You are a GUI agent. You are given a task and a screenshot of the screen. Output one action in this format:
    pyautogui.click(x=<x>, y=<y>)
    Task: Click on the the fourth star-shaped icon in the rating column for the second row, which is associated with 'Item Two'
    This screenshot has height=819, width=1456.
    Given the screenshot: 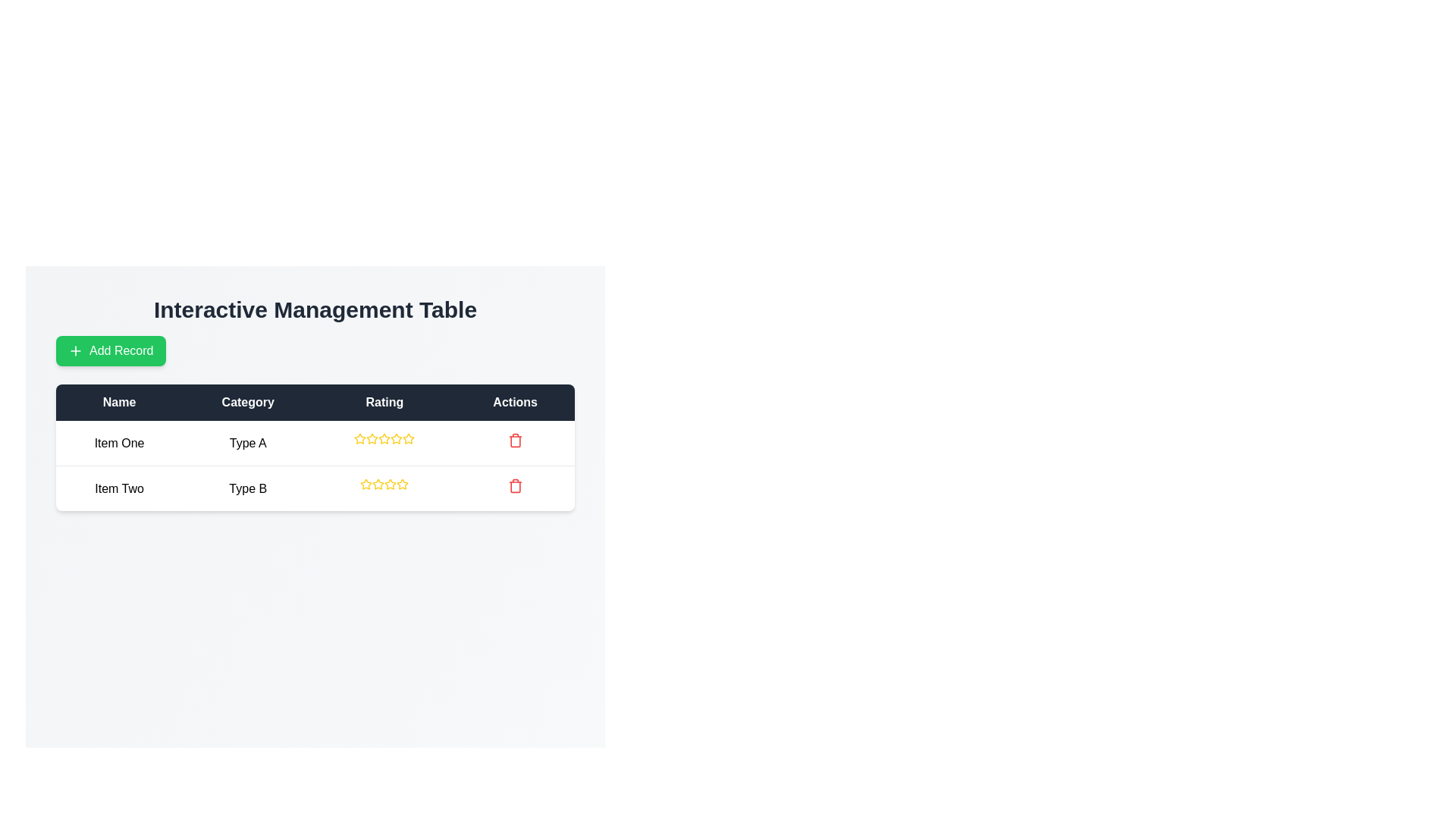 What is the action you would take?
    pyautogui.click(x=391, y=485)
    